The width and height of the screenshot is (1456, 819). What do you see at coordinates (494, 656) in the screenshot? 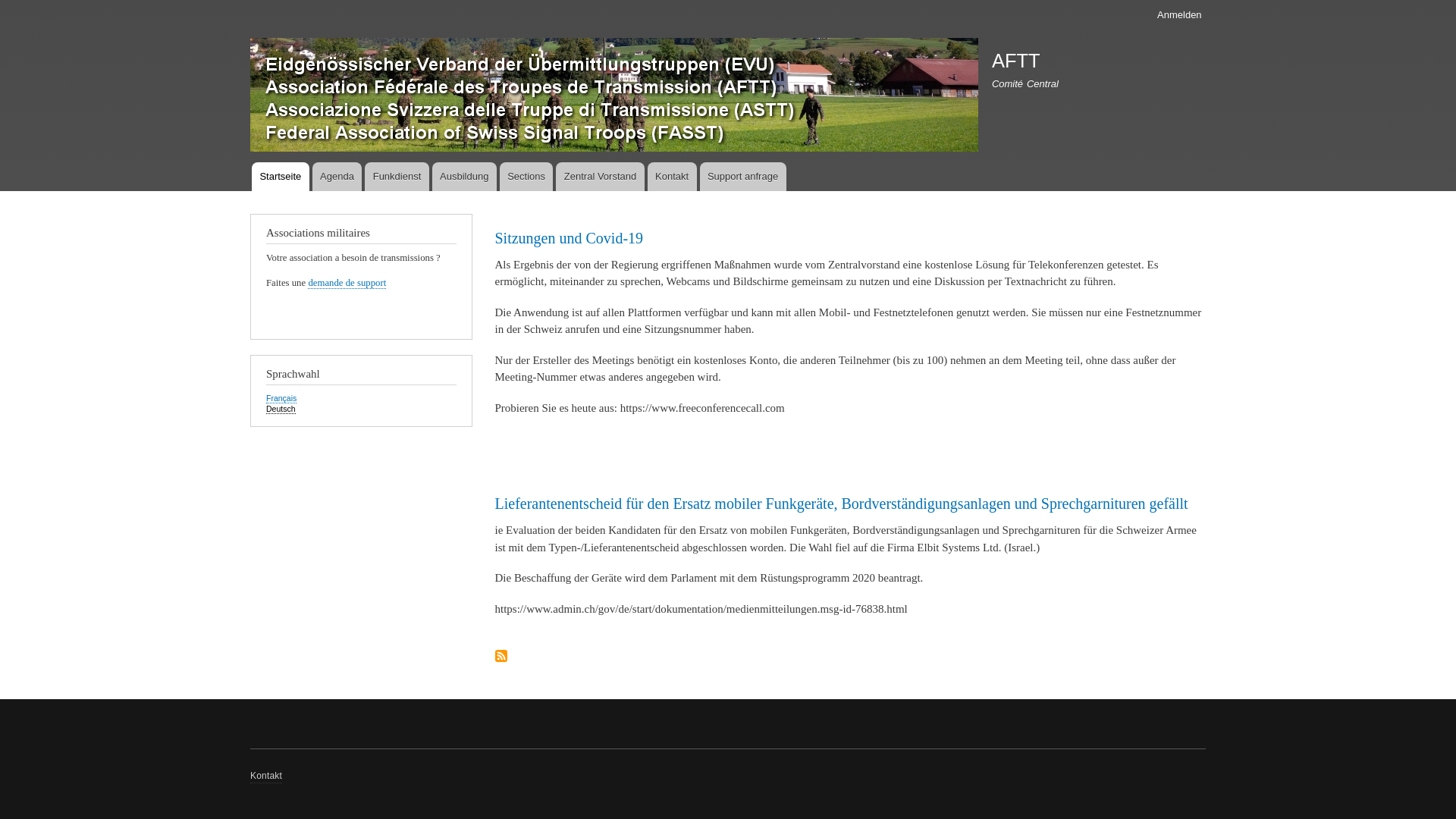
I see `'abonnieren'` at bounding box center [494, 656].